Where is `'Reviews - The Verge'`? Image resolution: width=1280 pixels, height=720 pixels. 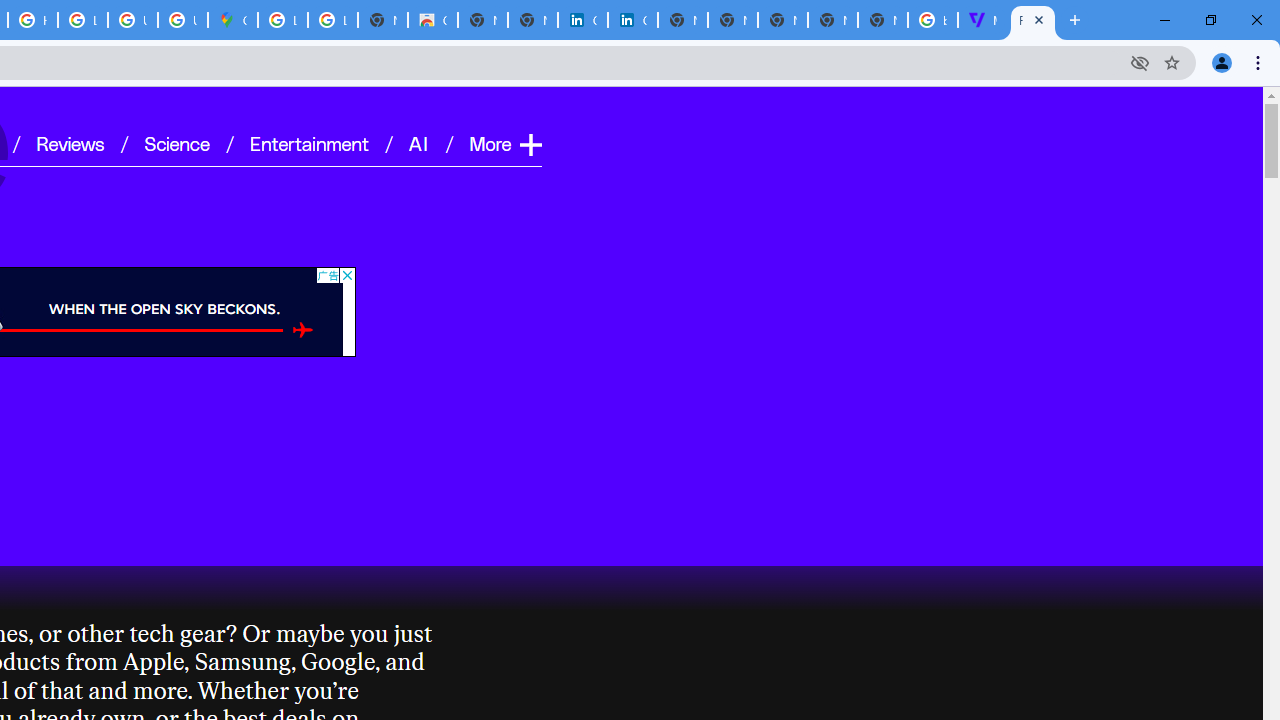 'Reviews - The Verge' is located at coordinates (1032, 20).